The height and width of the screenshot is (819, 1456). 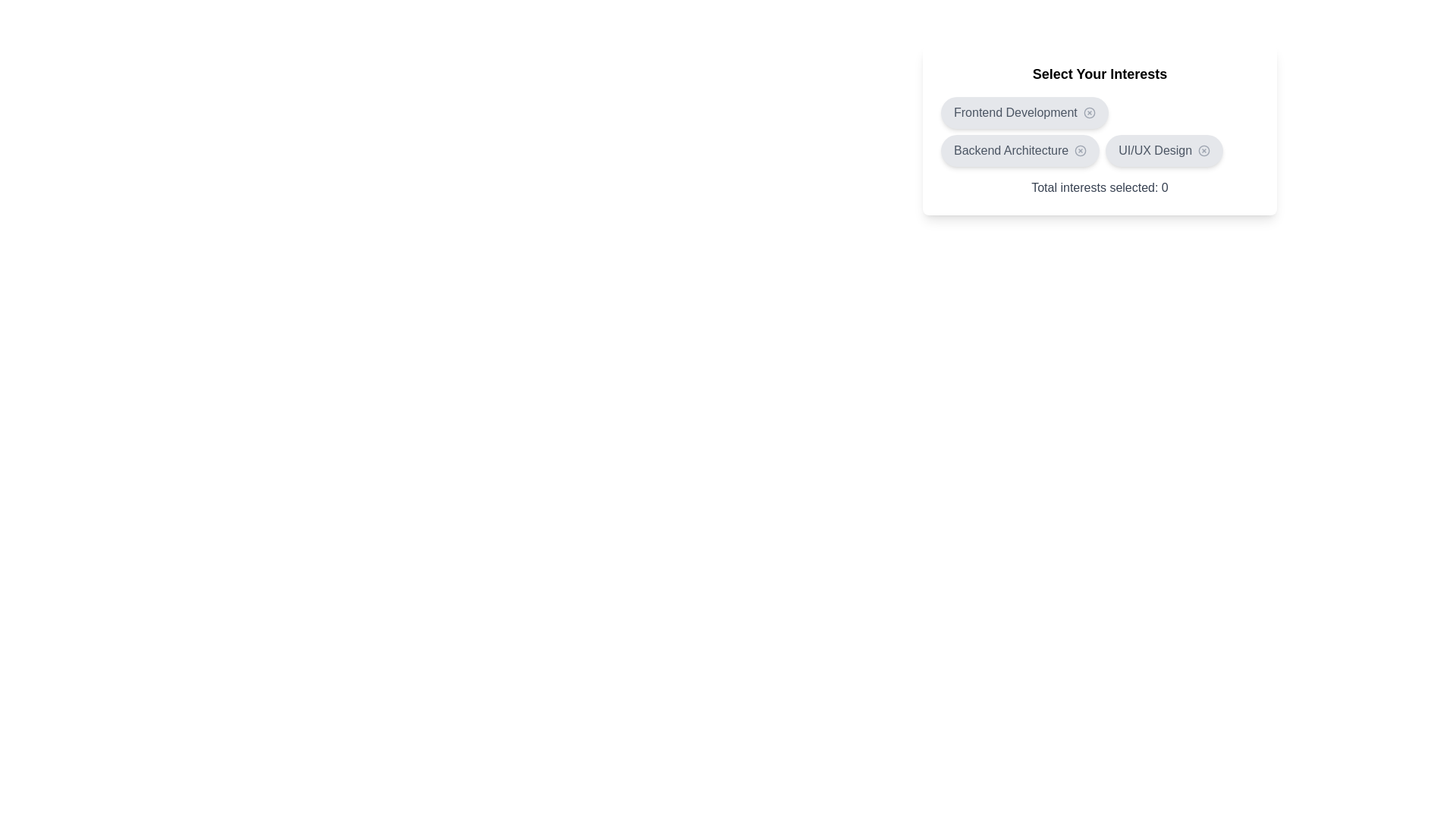 I want to click on the Close or Remove Button located on the rightmost side of the 'UI/UX Design' button, so click(x=1203, y=151).